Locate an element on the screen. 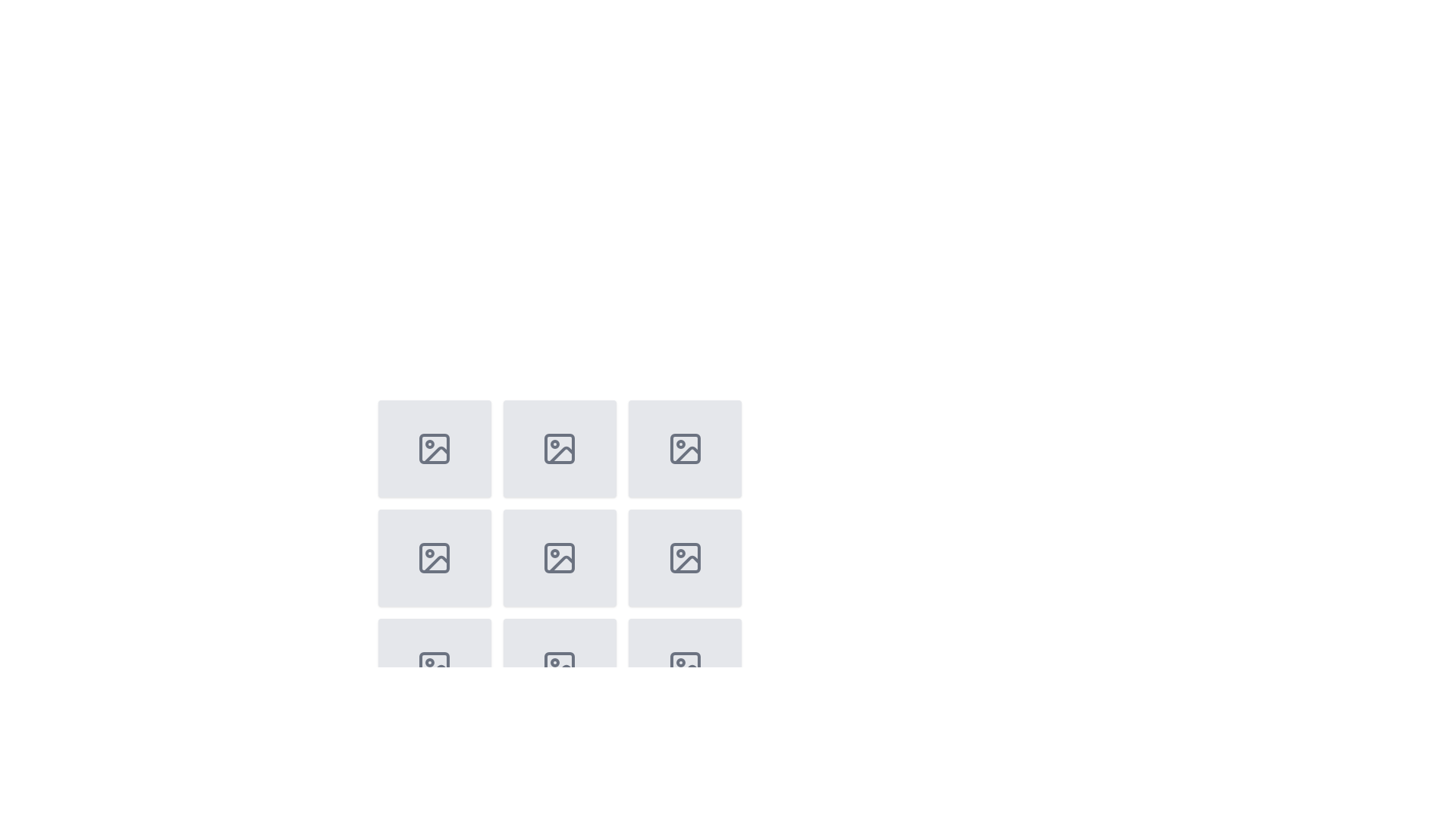 The image size is (1456, 819). the icon styled as an image placeholder with a rounded rectangle and a circle inside it, located in the second row and second column of the grid arrangement is located at coordinates (559, 447).